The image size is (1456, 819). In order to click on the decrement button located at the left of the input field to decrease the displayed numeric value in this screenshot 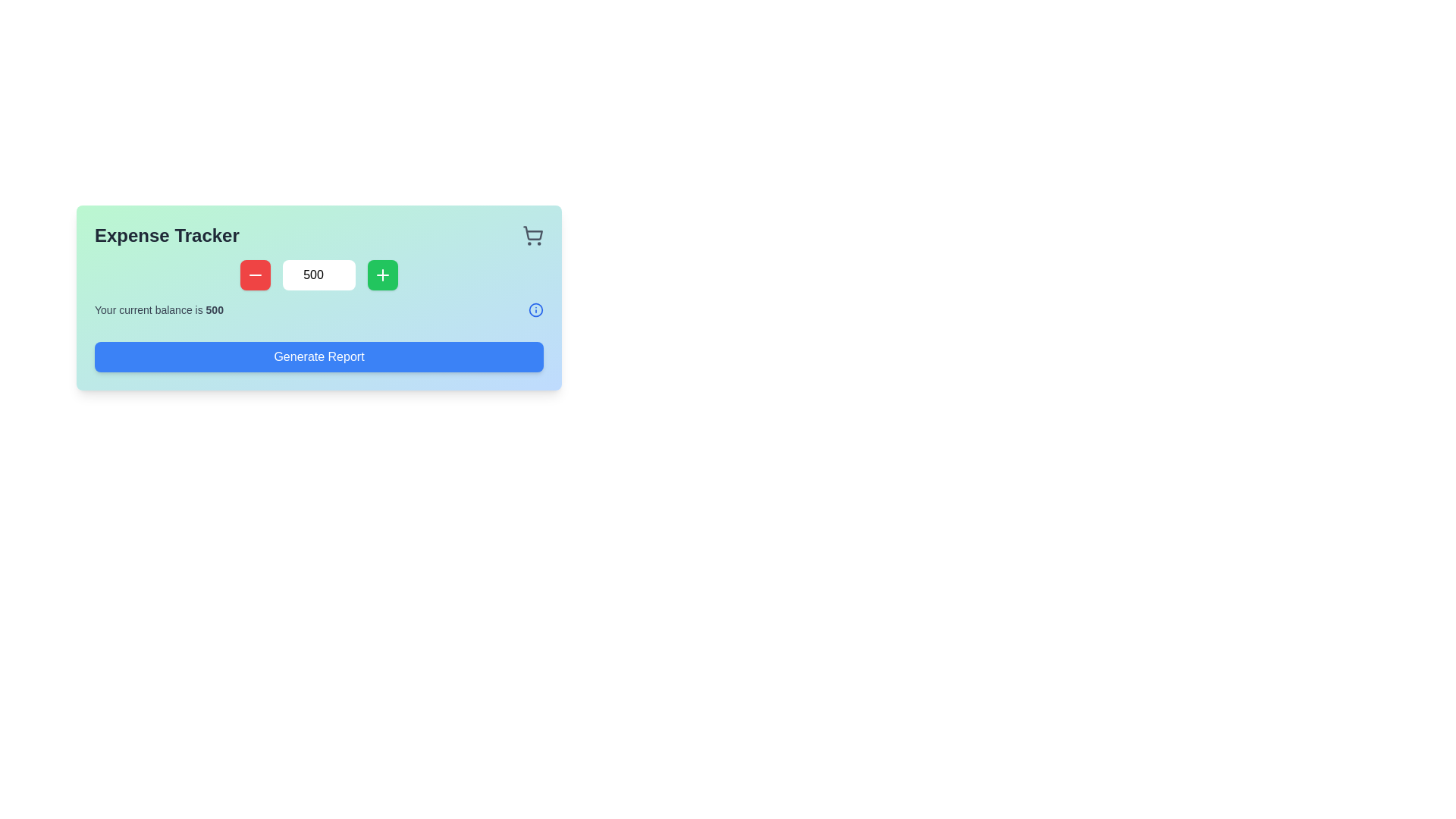, I will do `click(255, 275)`.